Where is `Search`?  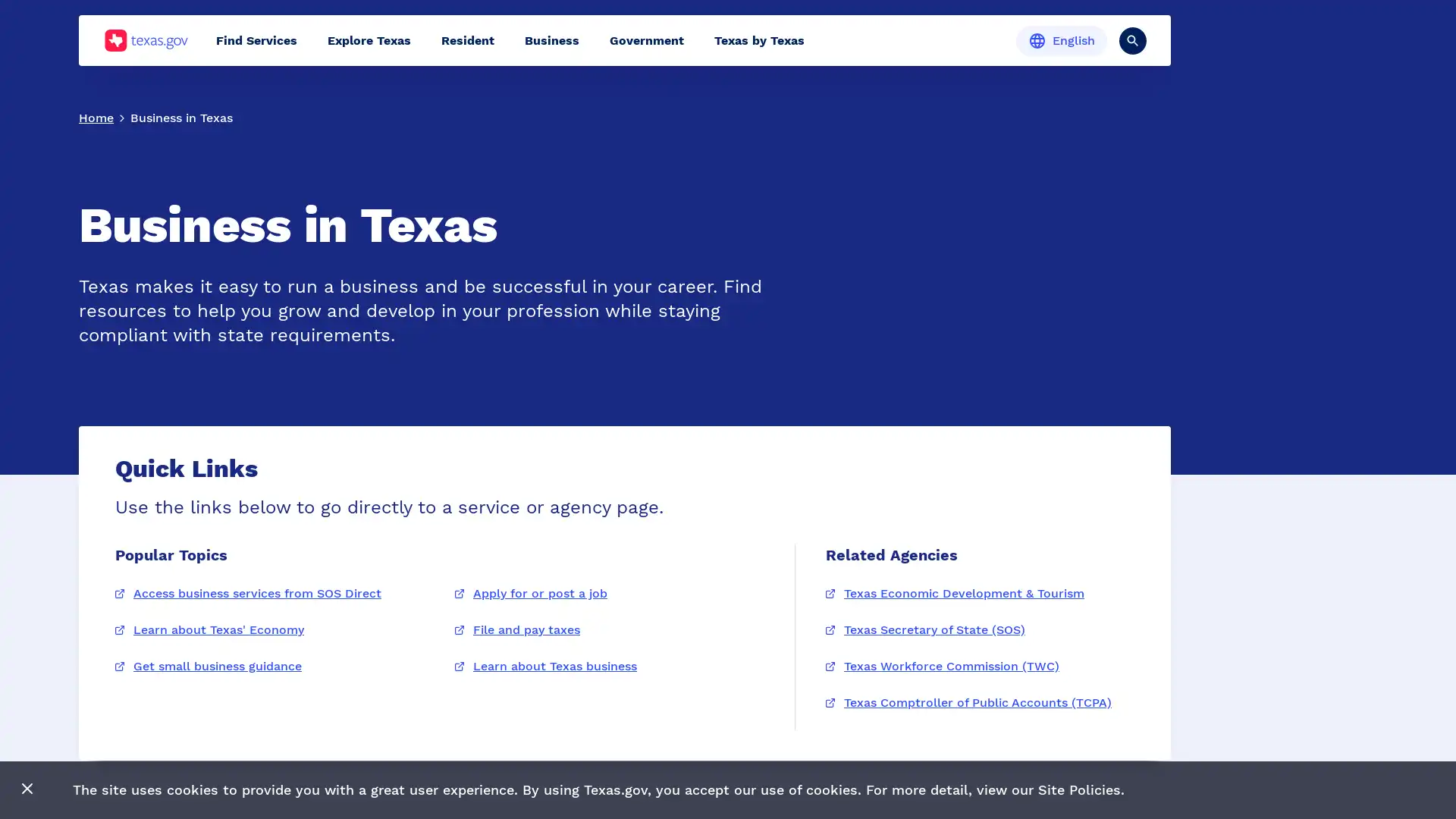 Search is located at coordinates (1132, 39).